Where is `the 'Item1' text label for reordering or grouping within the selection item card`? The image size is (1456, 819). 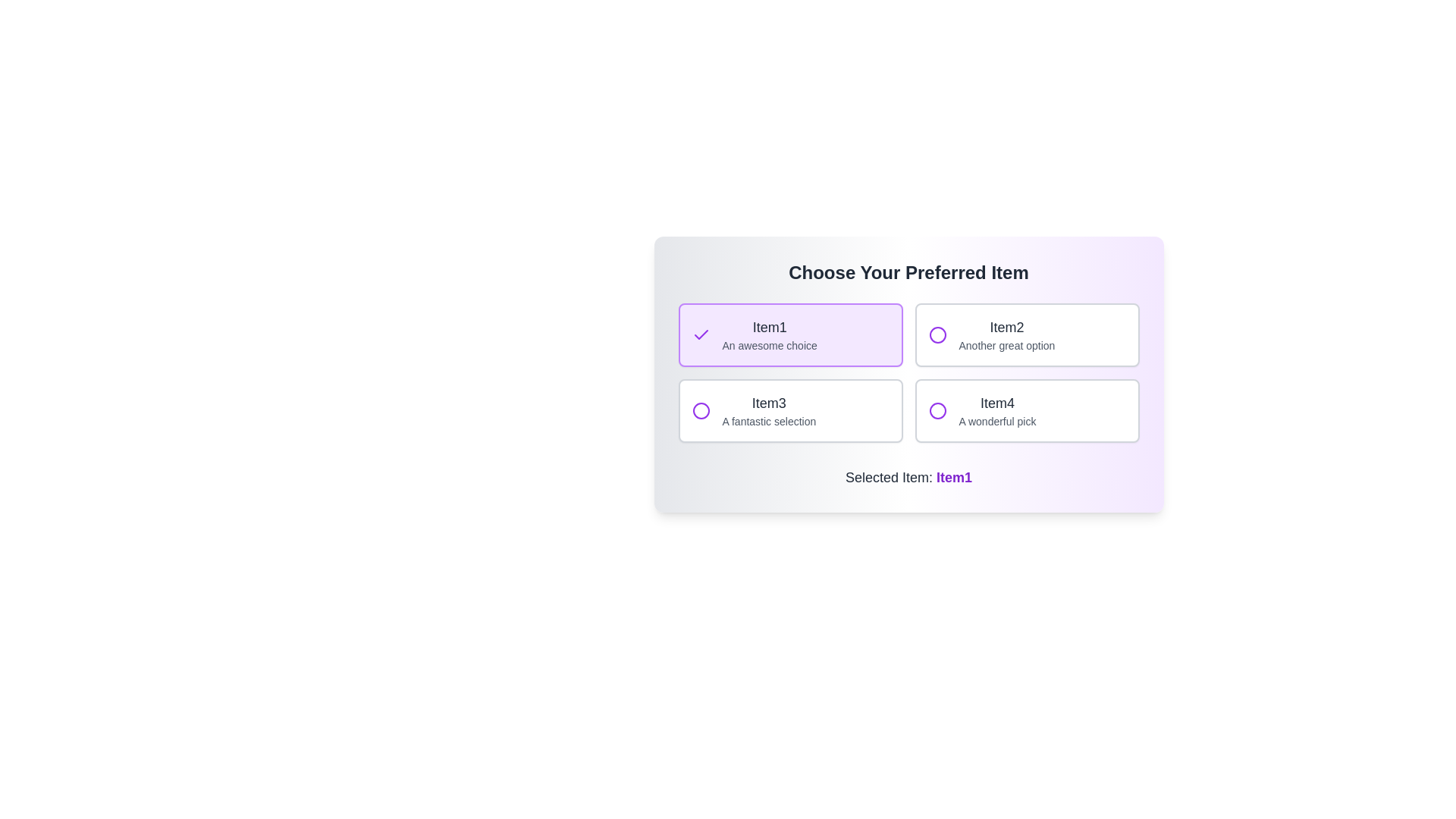 the 'Item1' text label for reordering or grouping within the selection item card is located at coordinates (770, 327).